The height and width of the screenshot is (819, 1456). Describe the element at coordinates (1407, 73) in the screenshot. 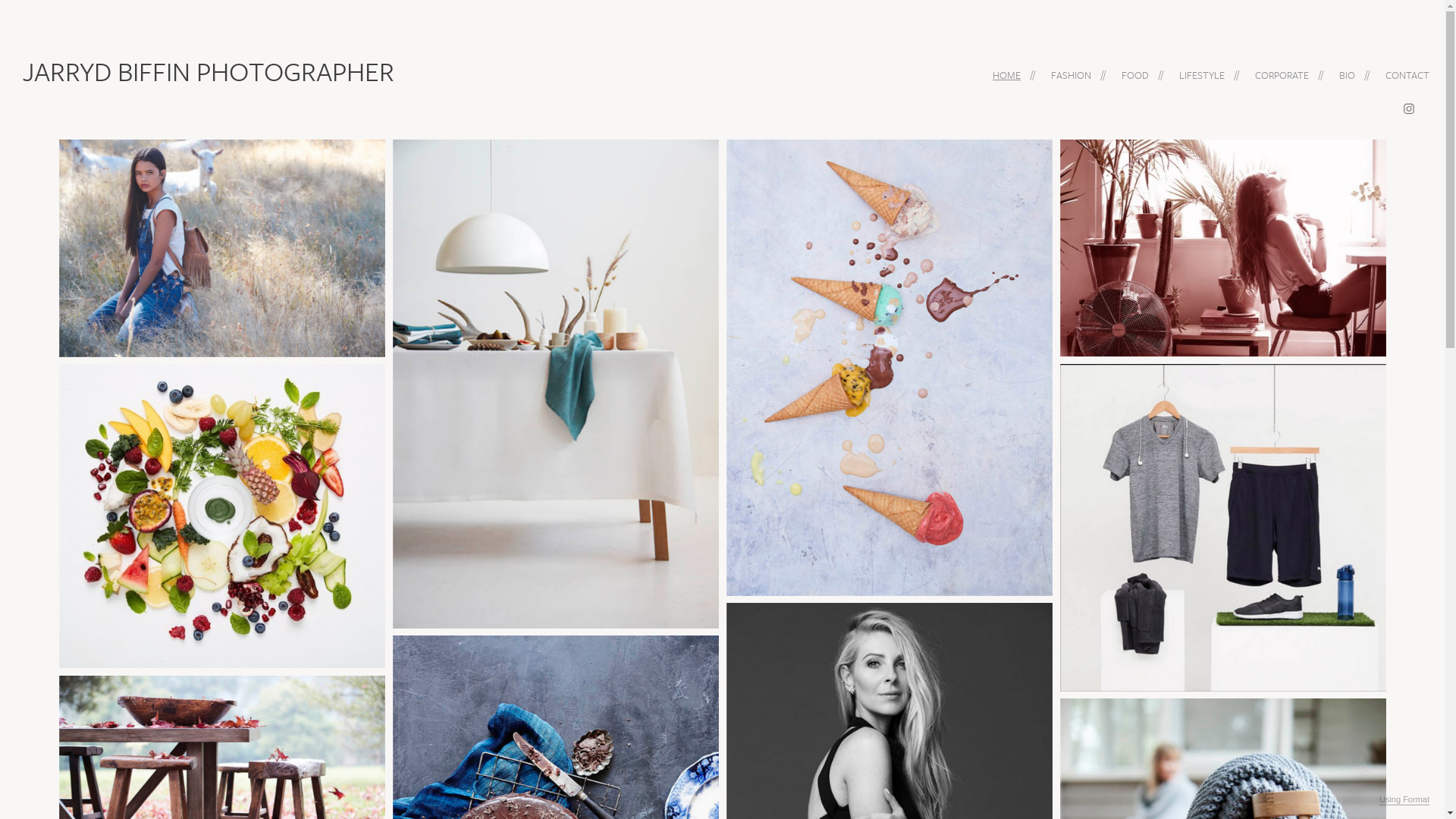

I see `'CONTACT'` at that location.